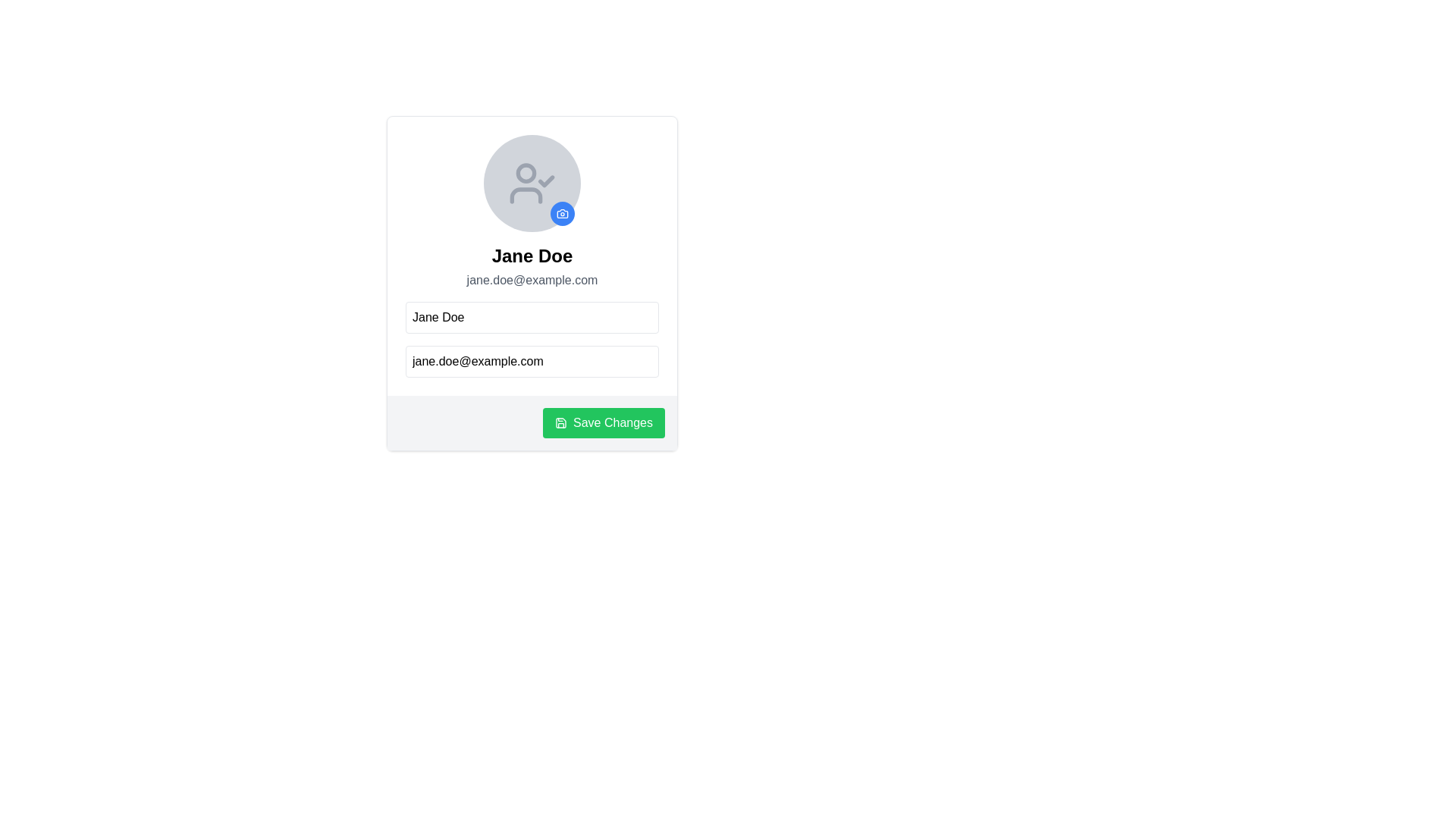  I want to click on the profile picture upload button located near the bottom-right corner of the user profile avatar, so click(562, 213).